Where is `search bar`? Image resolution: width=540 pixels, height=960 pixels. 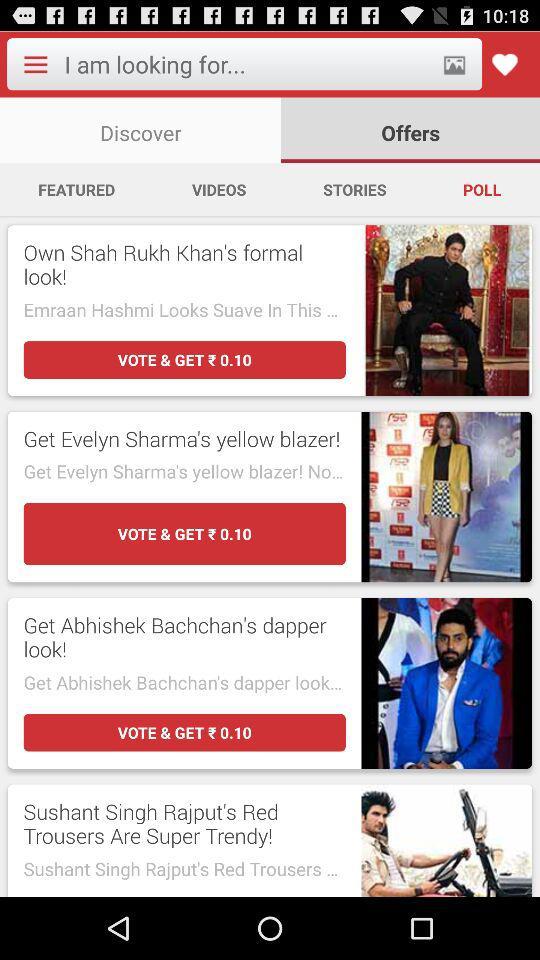
search bar is located at coordinates (247, 64).